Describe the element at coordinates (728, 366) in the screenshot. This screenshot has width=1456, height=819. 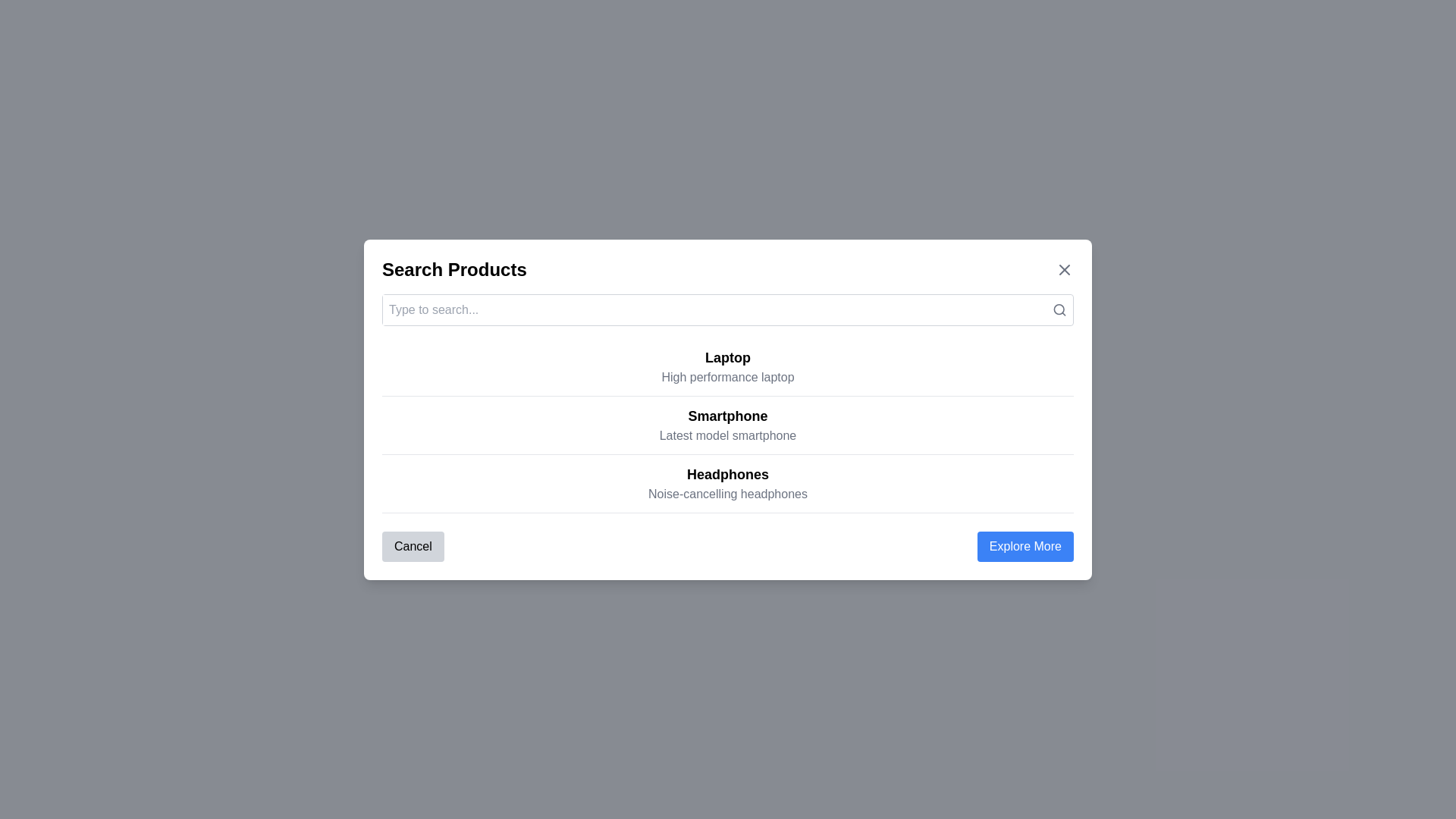
I see `the Text element displaying the name and brief description of the laptop, as it is the first entry above the 'Smartphone' and 'Headphones' entries, if interactive options are available` at that location.